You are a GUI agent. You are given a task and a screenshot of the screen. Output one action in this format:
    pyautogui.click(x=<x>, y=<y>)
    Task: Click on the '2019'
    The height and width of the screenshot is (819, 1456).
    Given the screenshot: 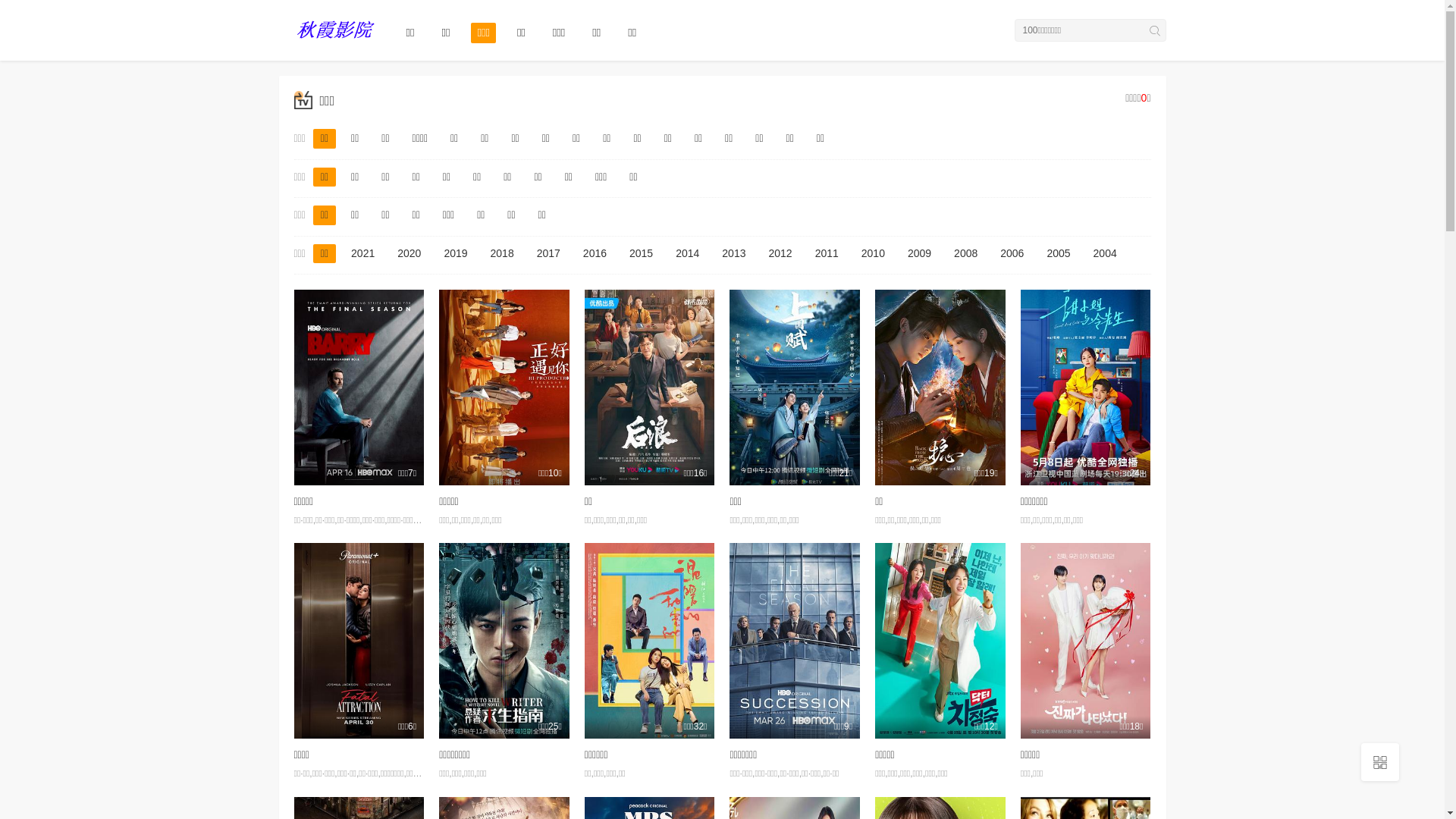 What is the action you would take?
    pyautogui.click(x=454, y=253)
    